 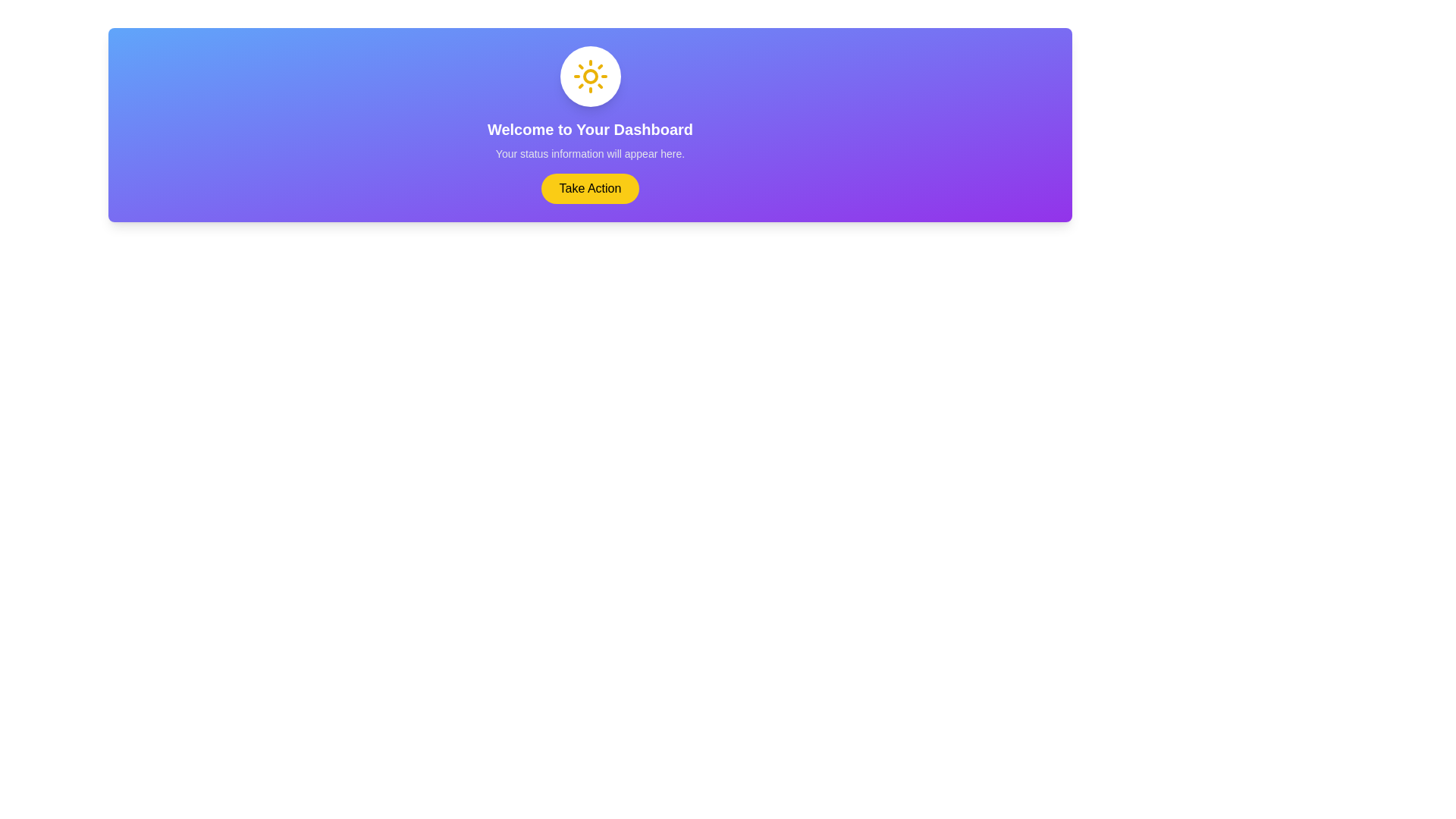 What do you see at coordinates (589, 76) in the screenshot?
I see `the central circle of the sun icon located above the heading text 'Welcome to Your Dashboard'` at bounding box center [589, 76].